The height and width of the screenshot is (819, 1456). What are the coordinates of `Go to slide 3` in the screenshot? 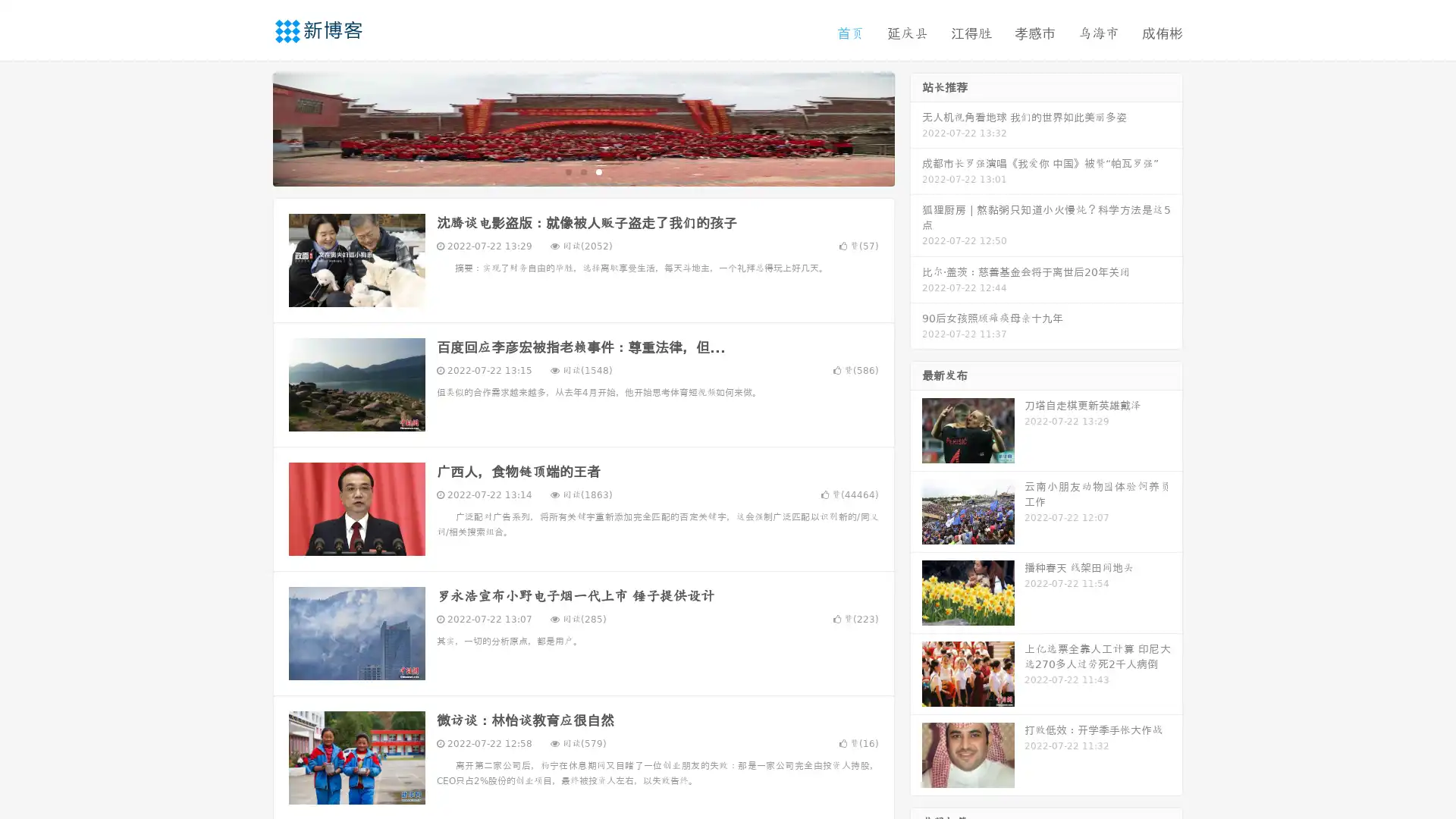 It's located at (598, 171).